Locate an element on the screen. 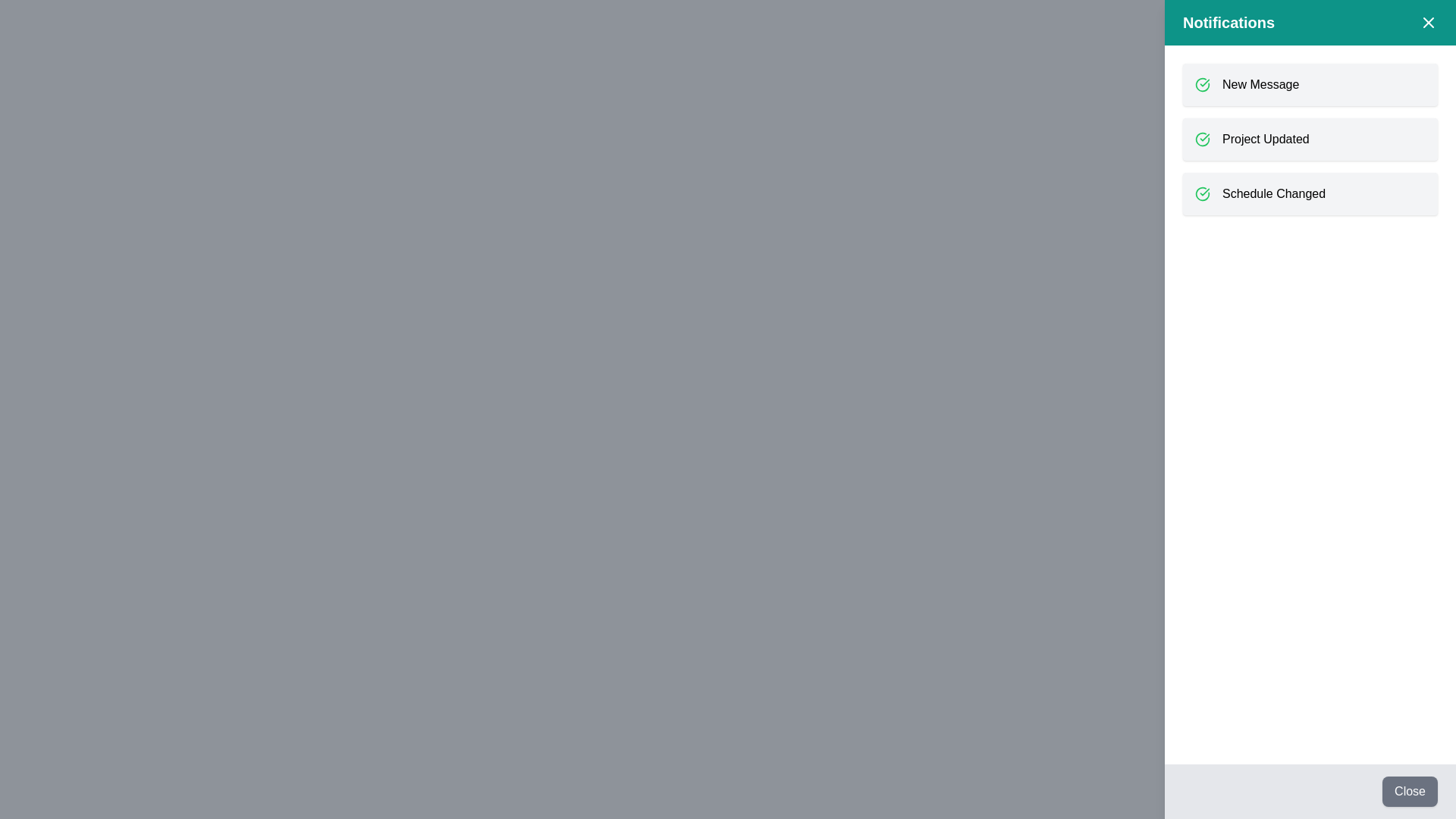  text from the third notification card in the Notifications panel, which displays 'Schedule Changed' is located at coordinates (1310, 193).